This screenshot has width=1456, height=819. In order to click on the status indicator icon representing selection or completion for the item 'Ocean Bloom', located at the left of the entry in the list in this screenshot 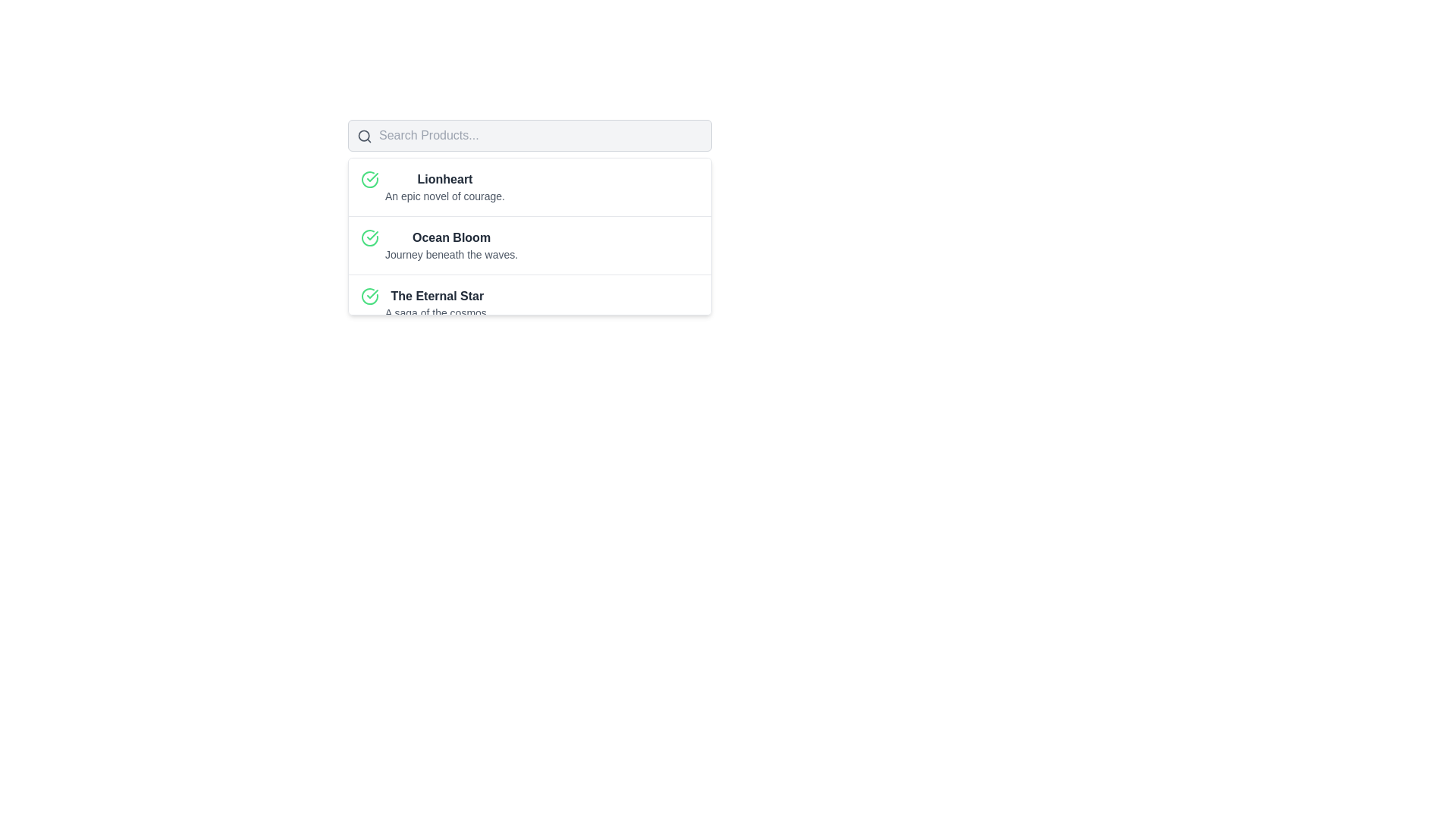, I will do `click(370, 237)`.